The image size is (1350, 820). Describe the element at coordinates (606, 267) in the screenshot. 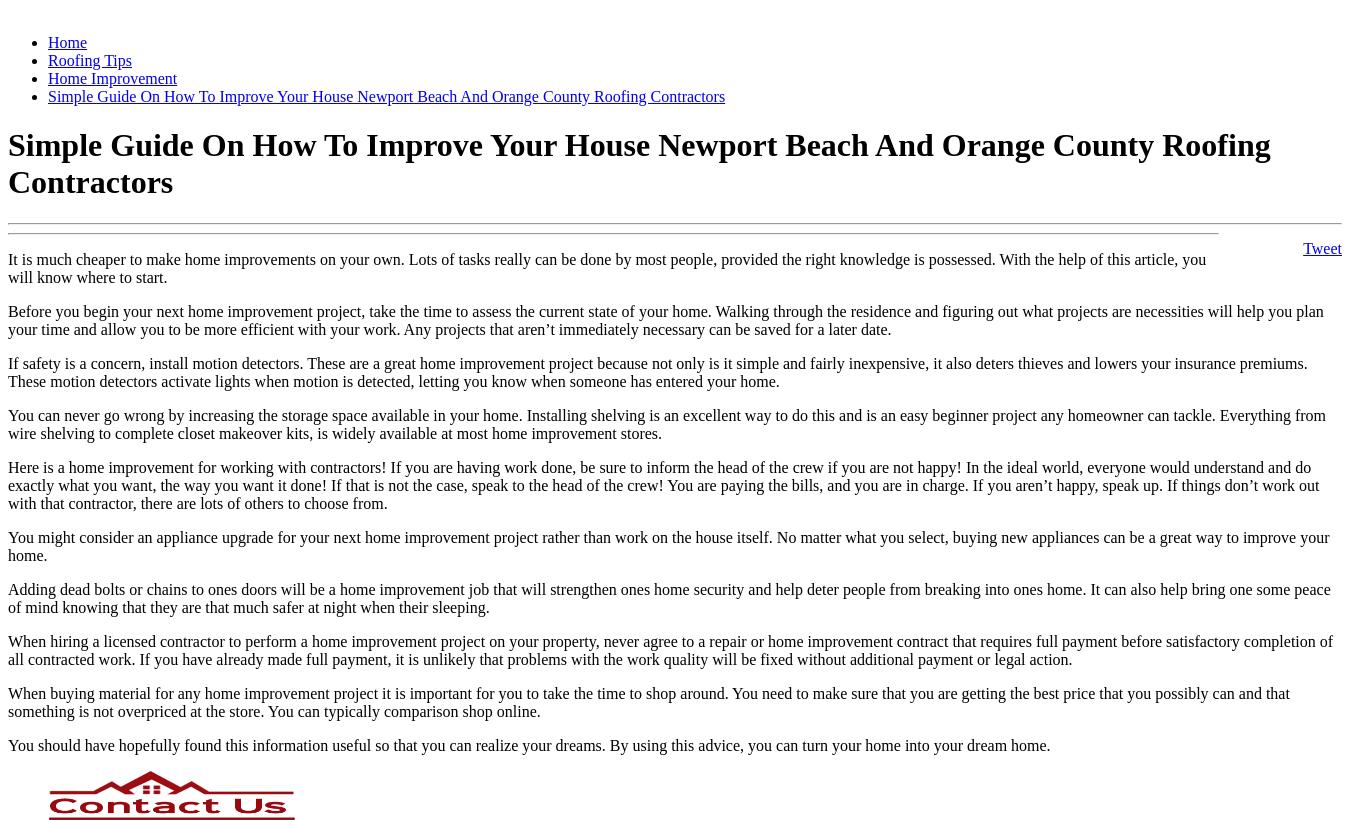

I see `'It is much cheaper to make home improvements on your own. Lots of tasks really can be done by most people, provided the right knowledge is possessed. With the help of this article, you will know where to start.'` at that location.